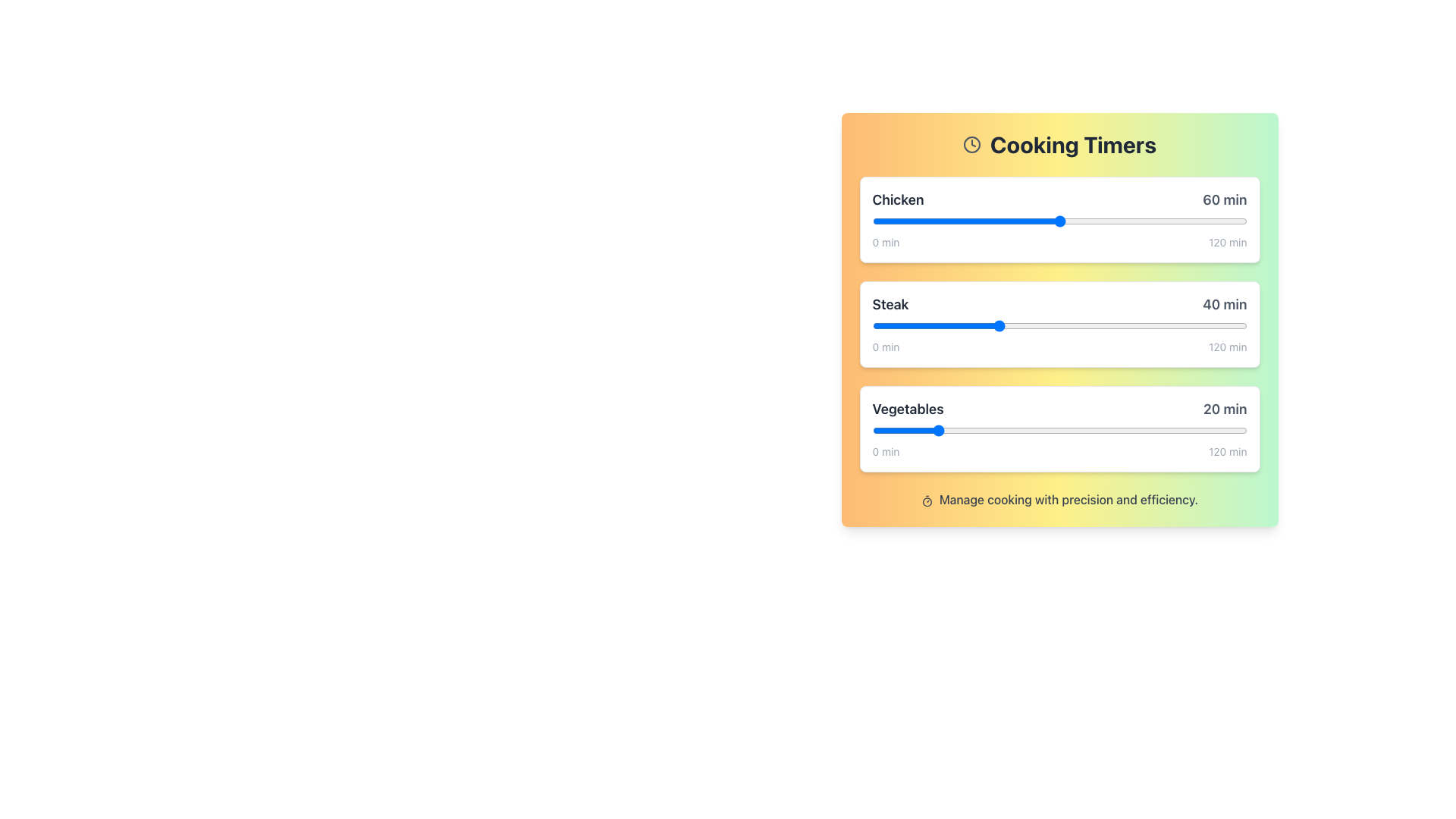  Describe the element at coordinates (1228, 451) in the screenshot. I see `the textual label displaying '120 min' located at the far right end of the slider bar in the 'Vegetables' timer control` at that location.